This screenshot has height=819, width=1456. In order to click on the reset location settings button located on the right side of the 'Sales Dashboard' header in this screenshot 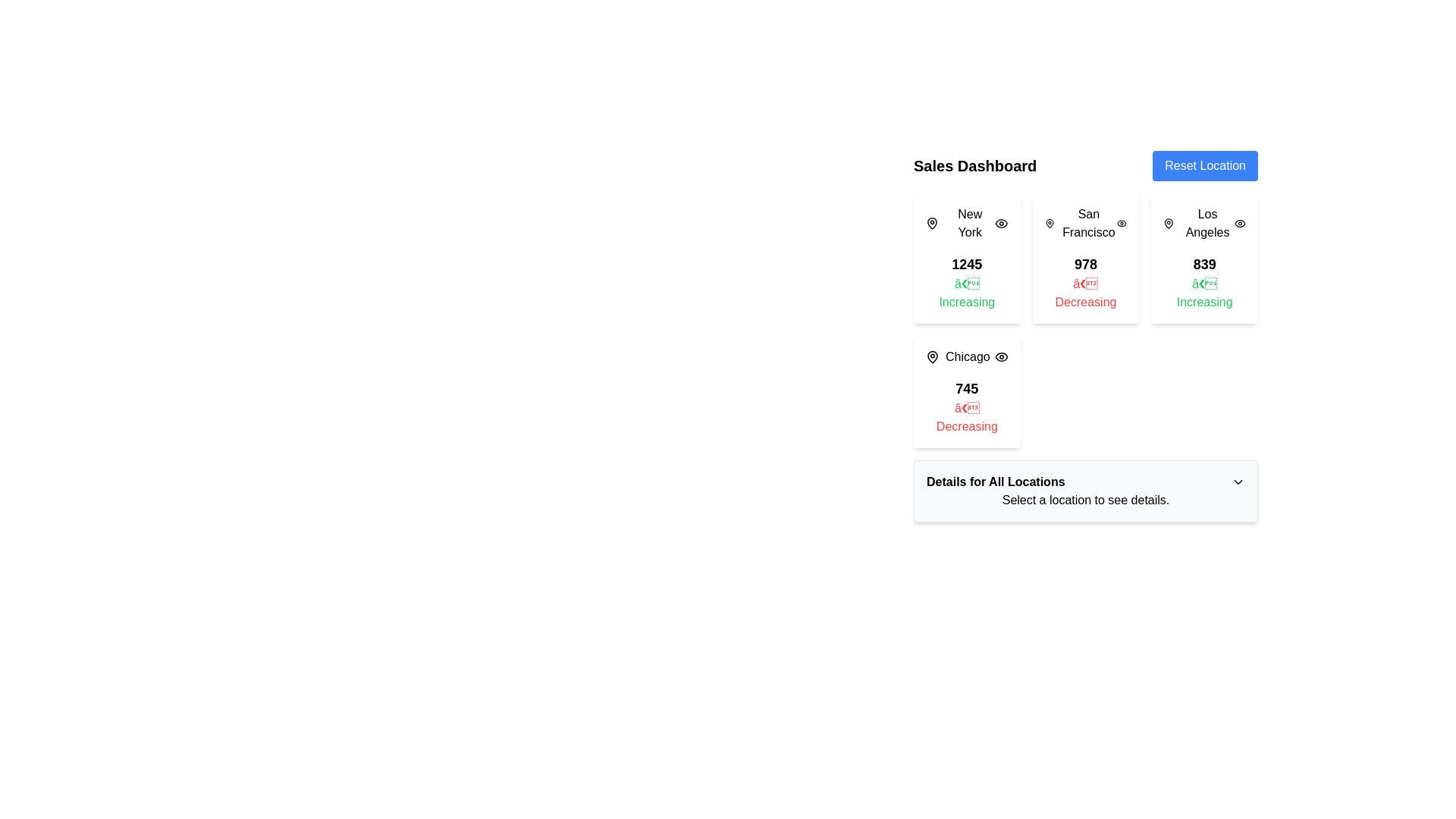, I will do `click(1204, 166)`.